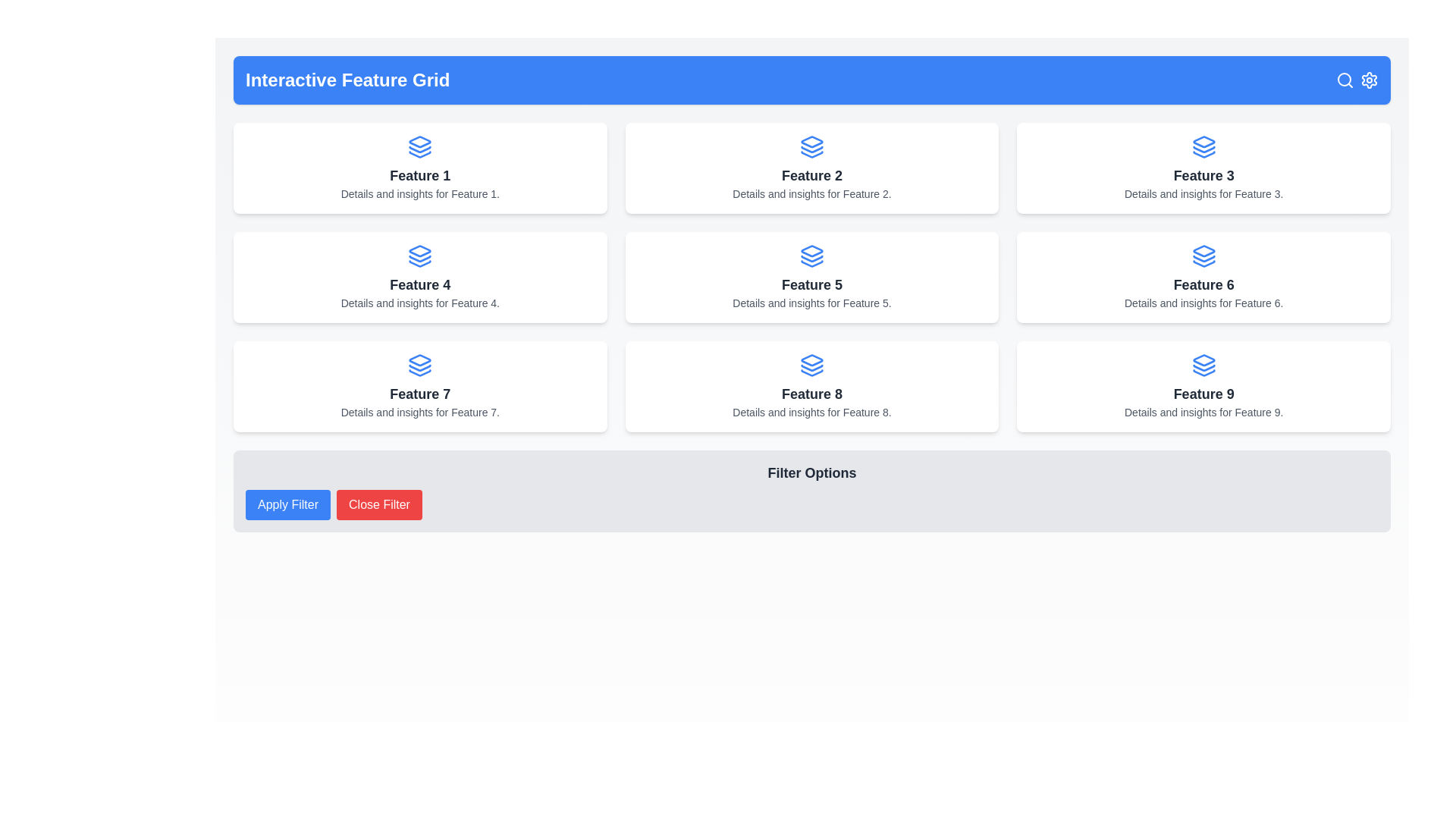 The image size is (1456, 819). Describe the element at coordinates (1203, 303) in the screenshot. I see `the text block containing the phrase 'Details and insights for Feature 6.' which is styled in gray and positioned below the bold text 'Feature 6' within a white card` at that location.